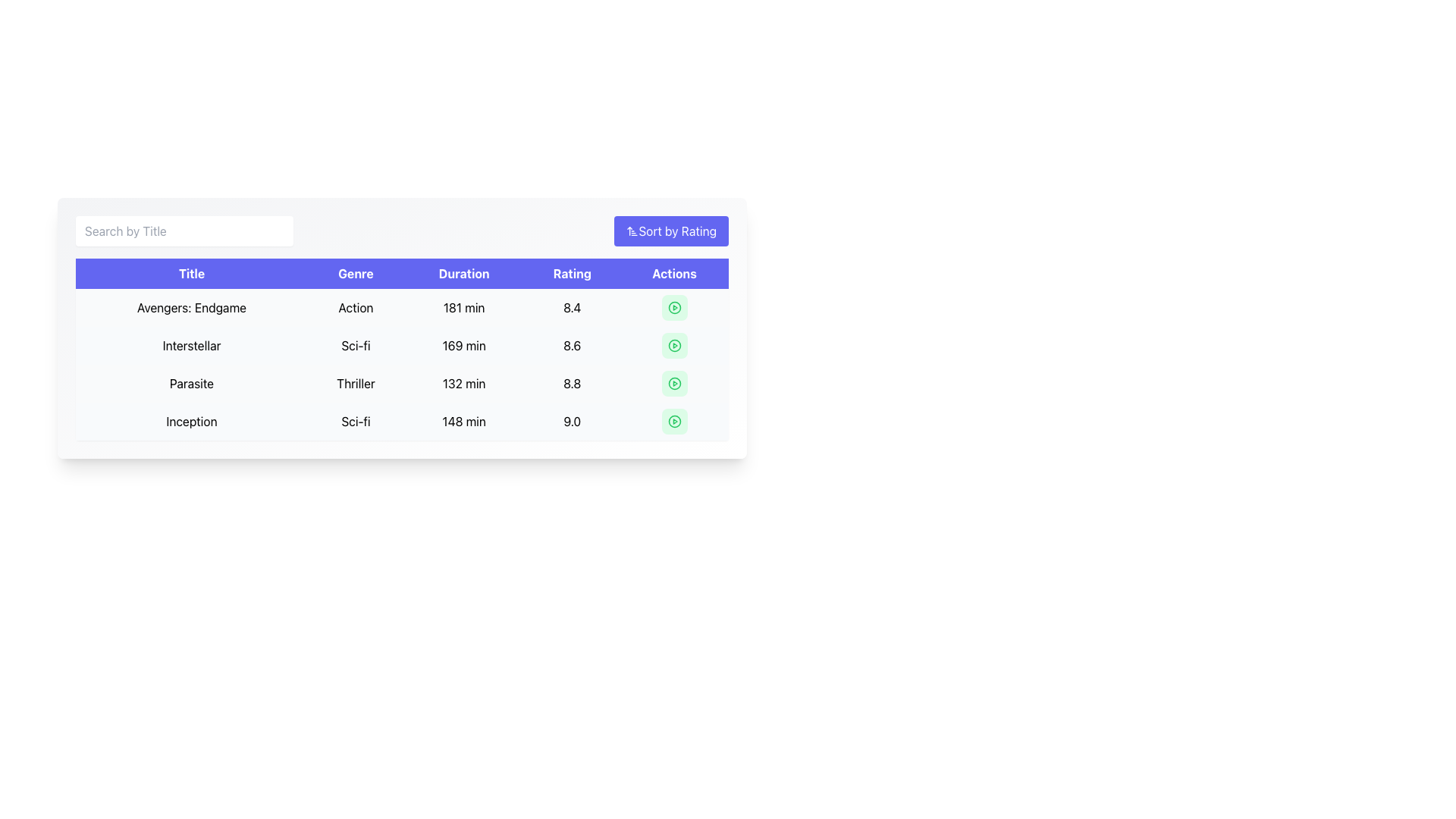  What do you see at coordinates (463, 345) in the screenshot?
I see `the text display showing '169 min' in the 'Duration' column for the movie 'Interstellar' located in the second row of the movie listing table` at bounding box center [463, 345].